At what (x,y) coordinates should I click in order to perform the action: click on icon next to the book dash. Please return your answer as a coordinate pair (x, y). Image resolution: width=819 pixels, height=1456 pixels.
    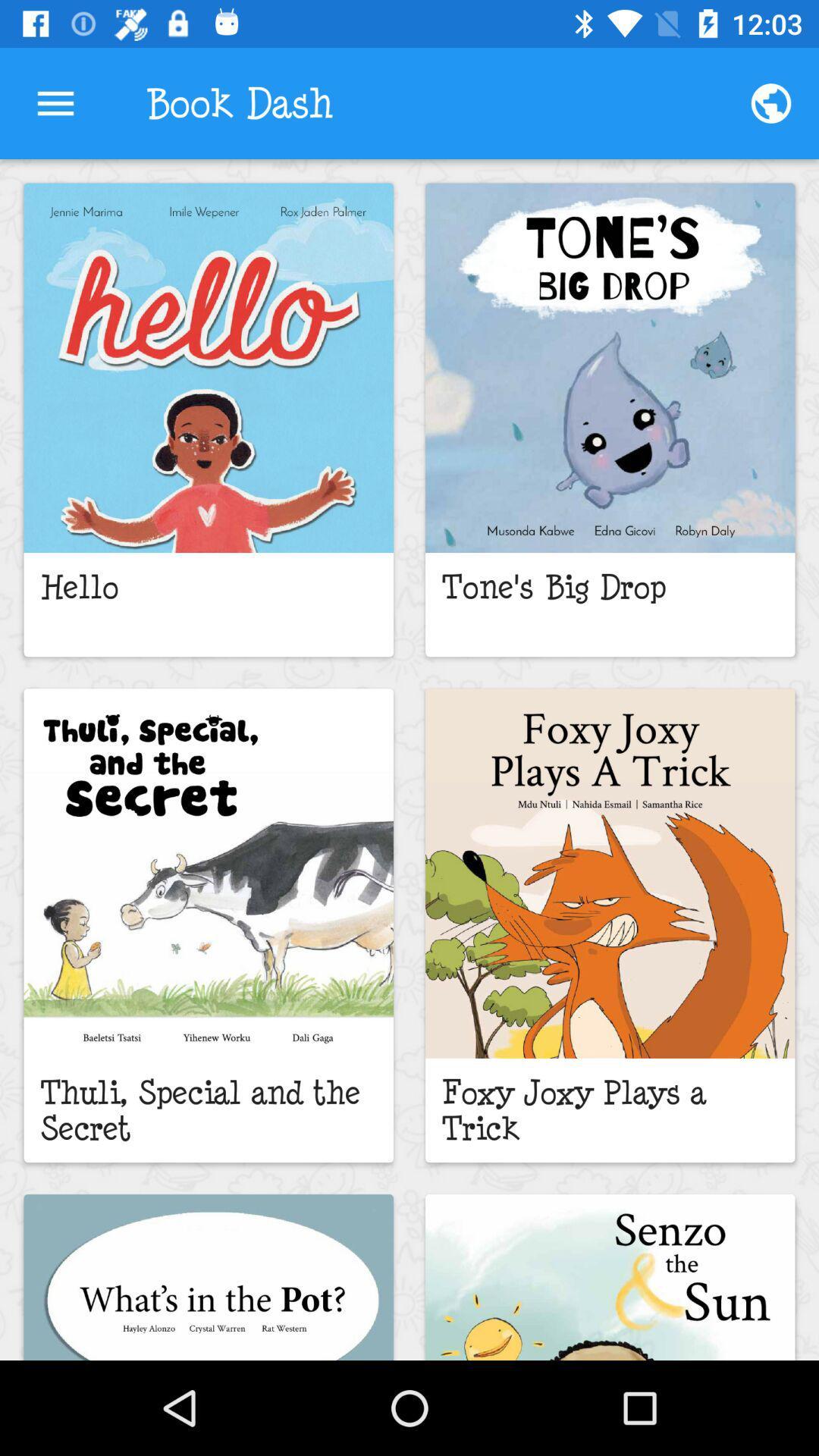
    Looking at the image, I should click on (771, 102).